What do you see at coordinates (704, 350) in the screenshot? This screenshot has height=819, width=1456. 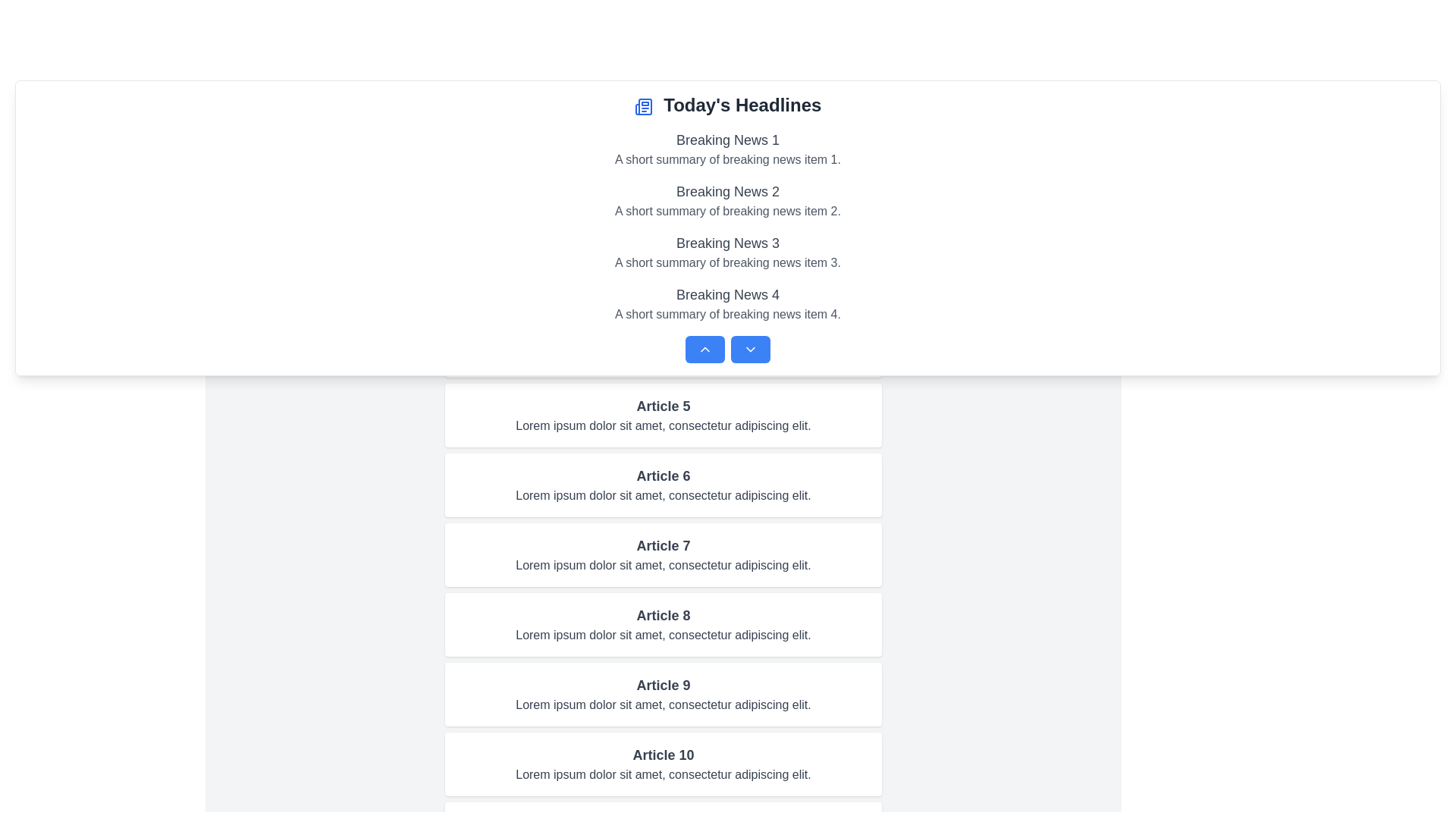 I see `the 'Up' navigation icon located centrally within the button below the 'Breaking News' list` at bounding box center [704, 350].